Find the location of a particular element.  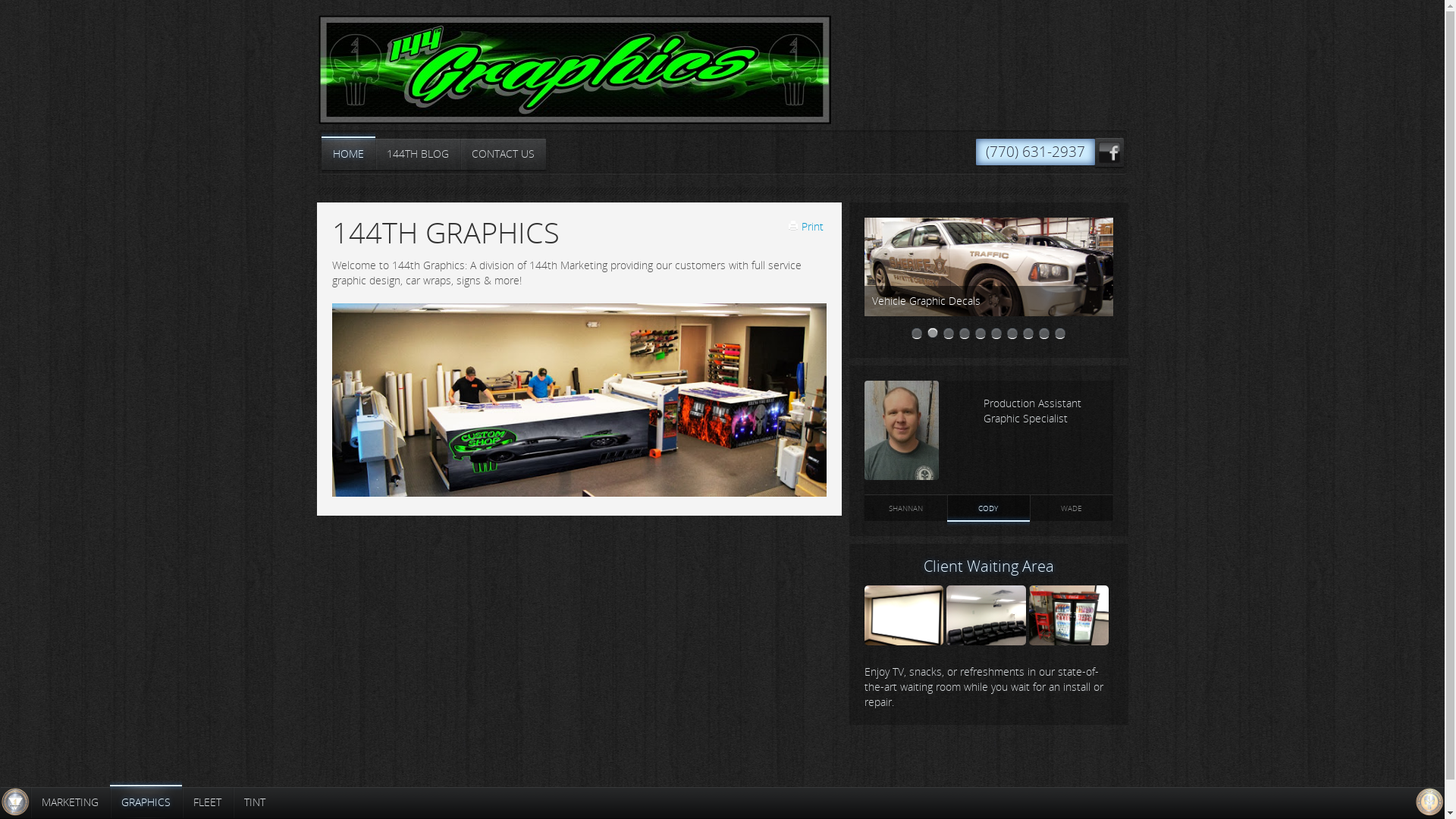

'HOME' is located at coordinates (347, 154).